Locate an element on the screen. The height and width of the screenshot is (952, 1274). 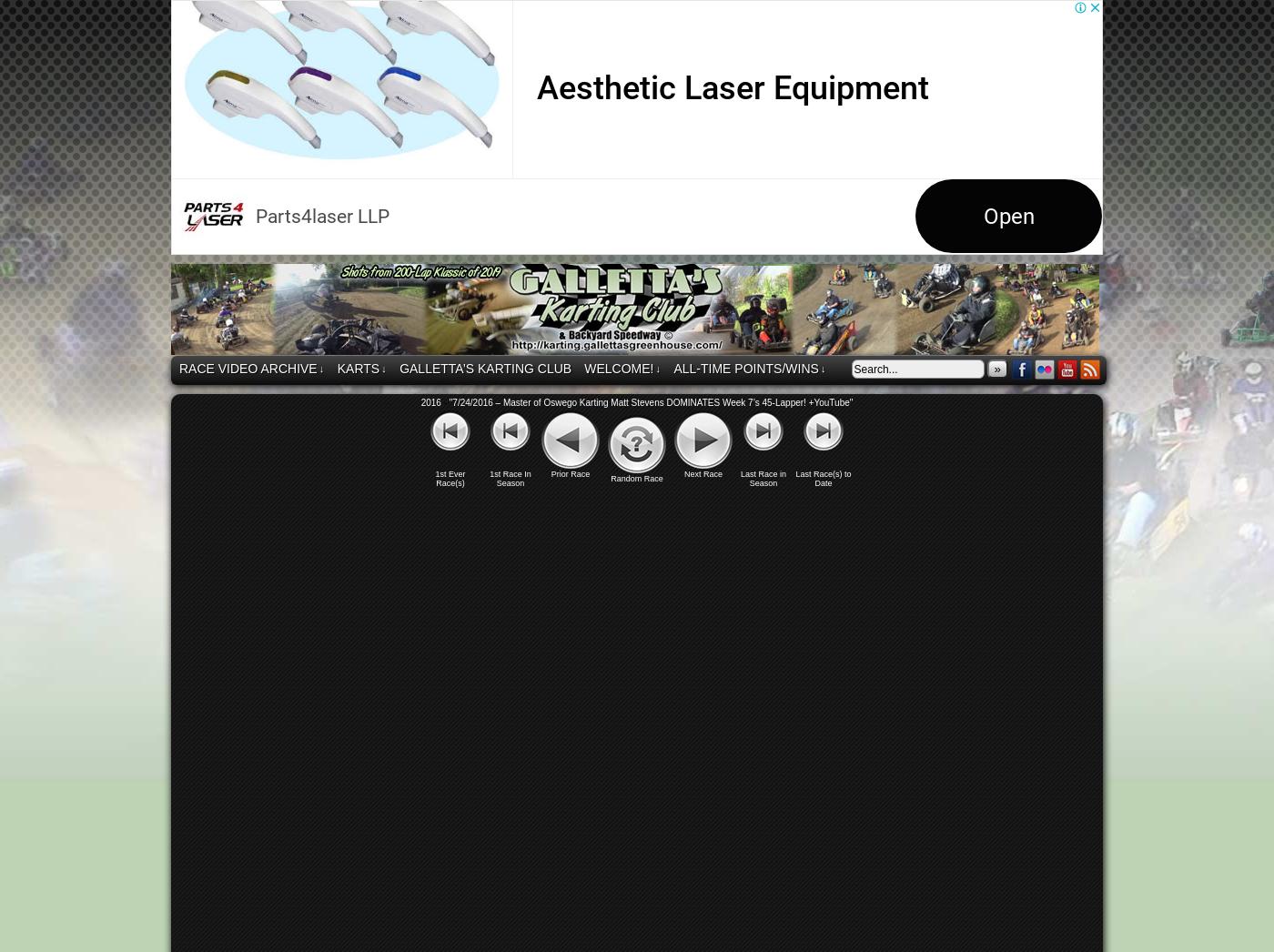
'2016' is located at coordinates (430, 401).